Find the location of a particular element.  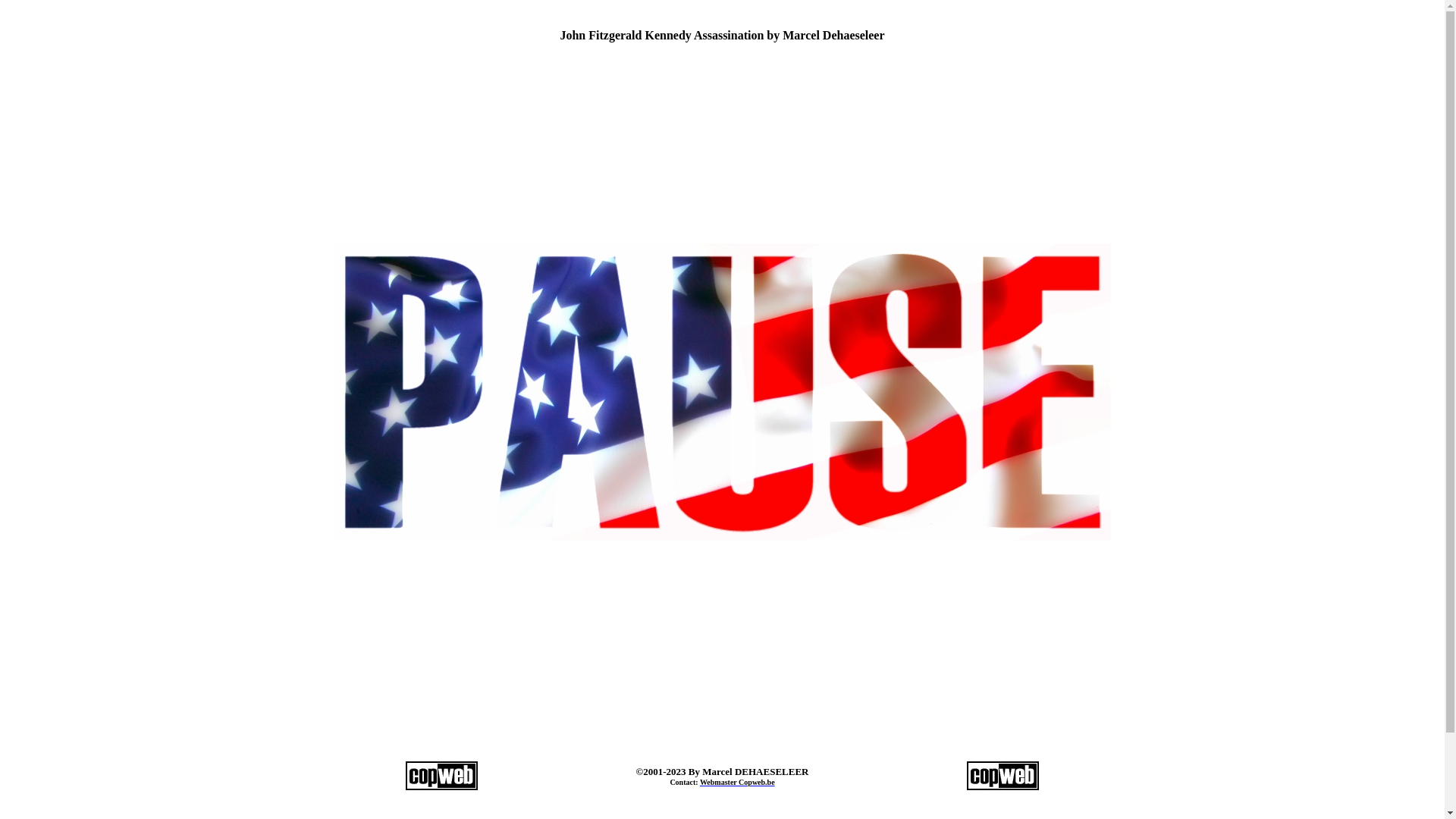

'Webmaster Copweb.be' is located at coordinates (698, 782).